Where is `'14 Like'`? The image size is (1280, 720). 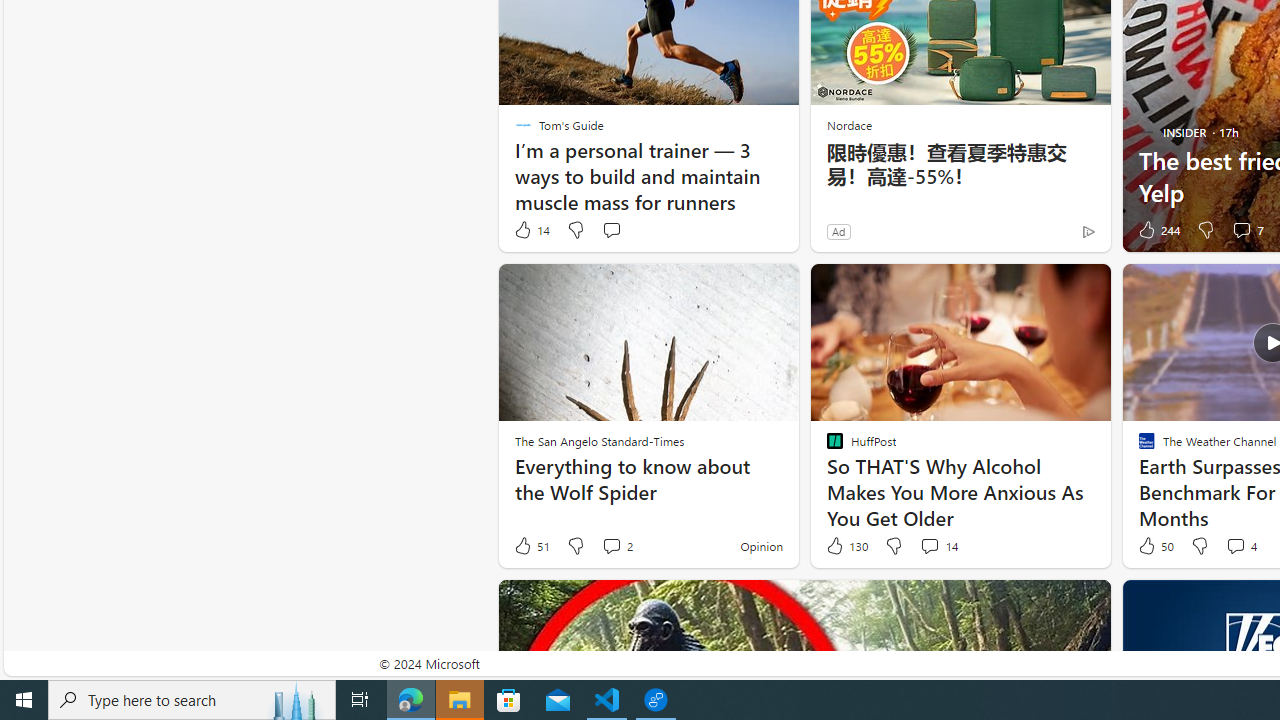
'14 Like' is located at coordinates (531, 229).